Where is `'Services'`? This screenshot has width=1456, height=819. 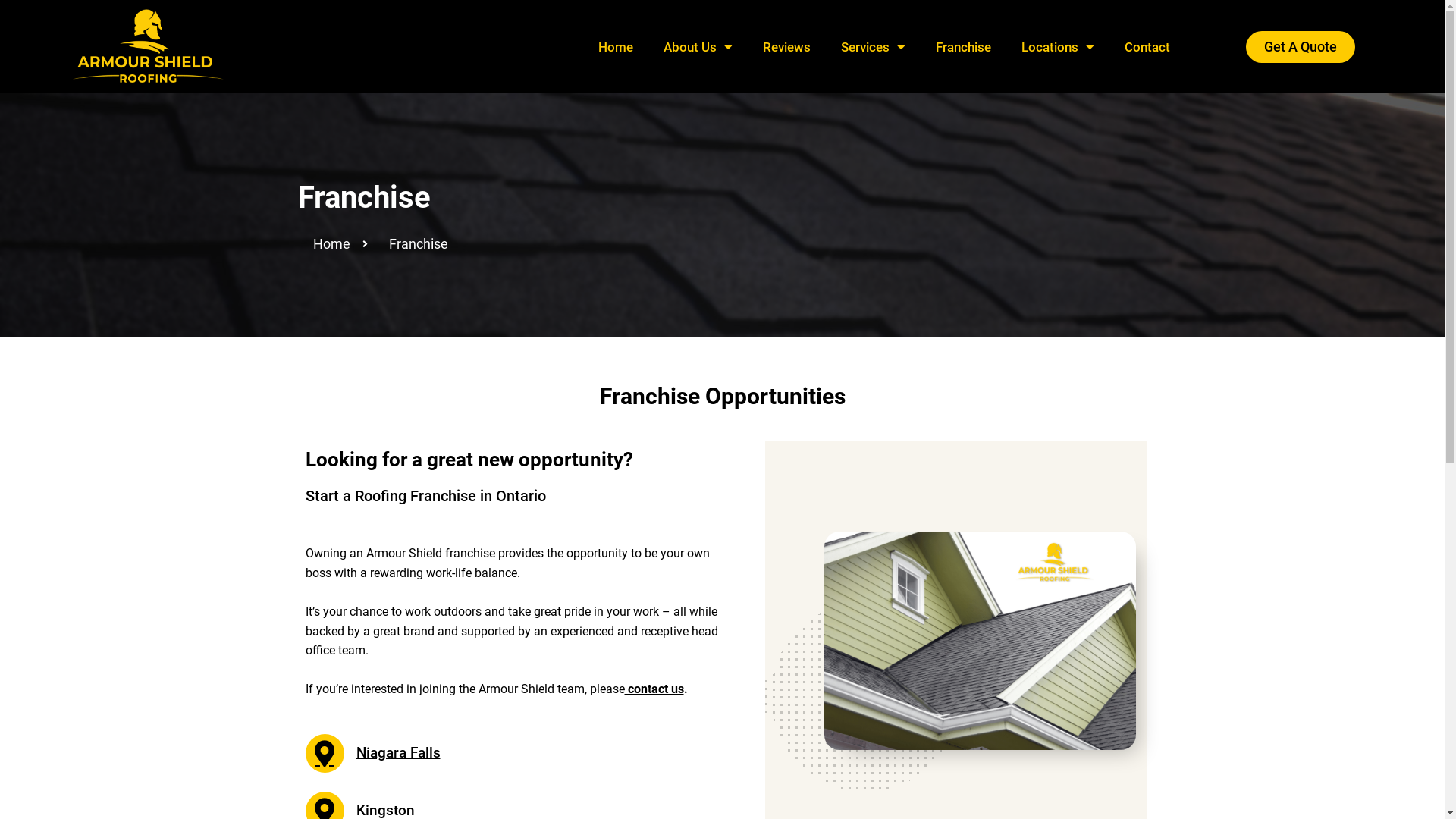
'Services' is located at coordinates (873, 45).